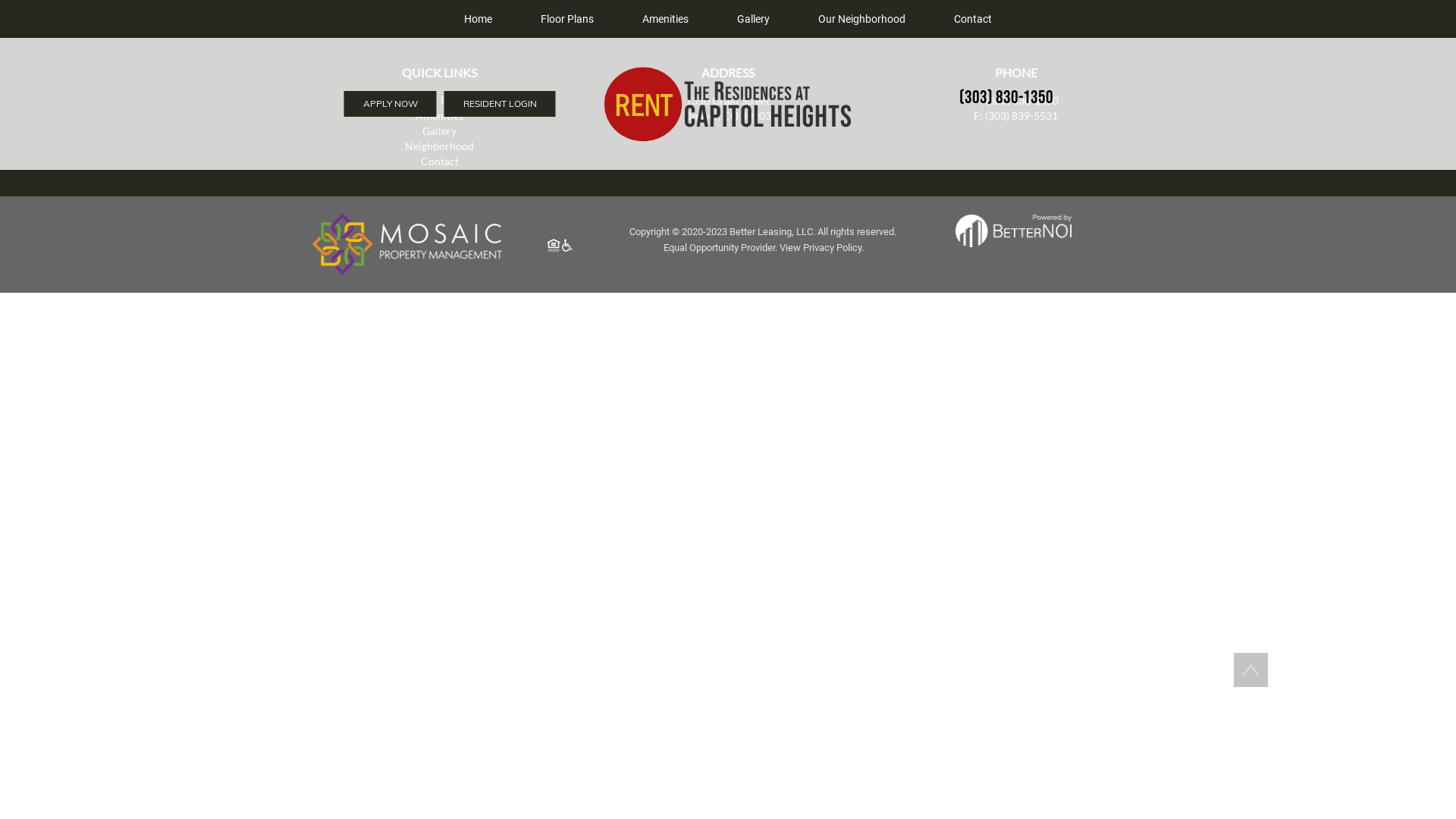  I want to click on 'Neighborhood', so click(438, 146).